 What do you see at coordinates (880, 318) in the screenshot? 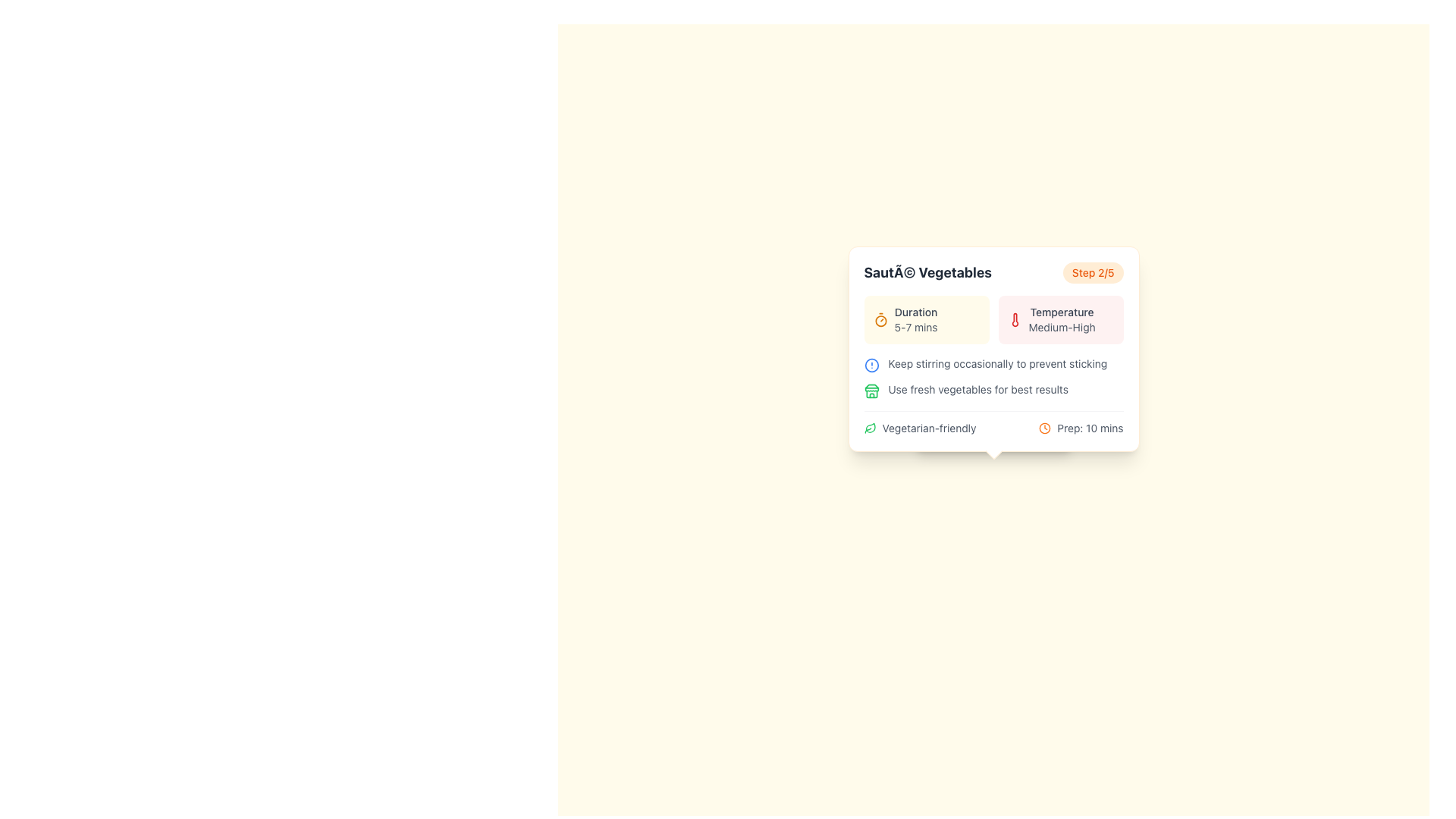
I see `the orange circular timer icon located to the left of the text 'Duration: 5-7 mins' in the upper-left section of the card layout` at bounding box center [880, 318].